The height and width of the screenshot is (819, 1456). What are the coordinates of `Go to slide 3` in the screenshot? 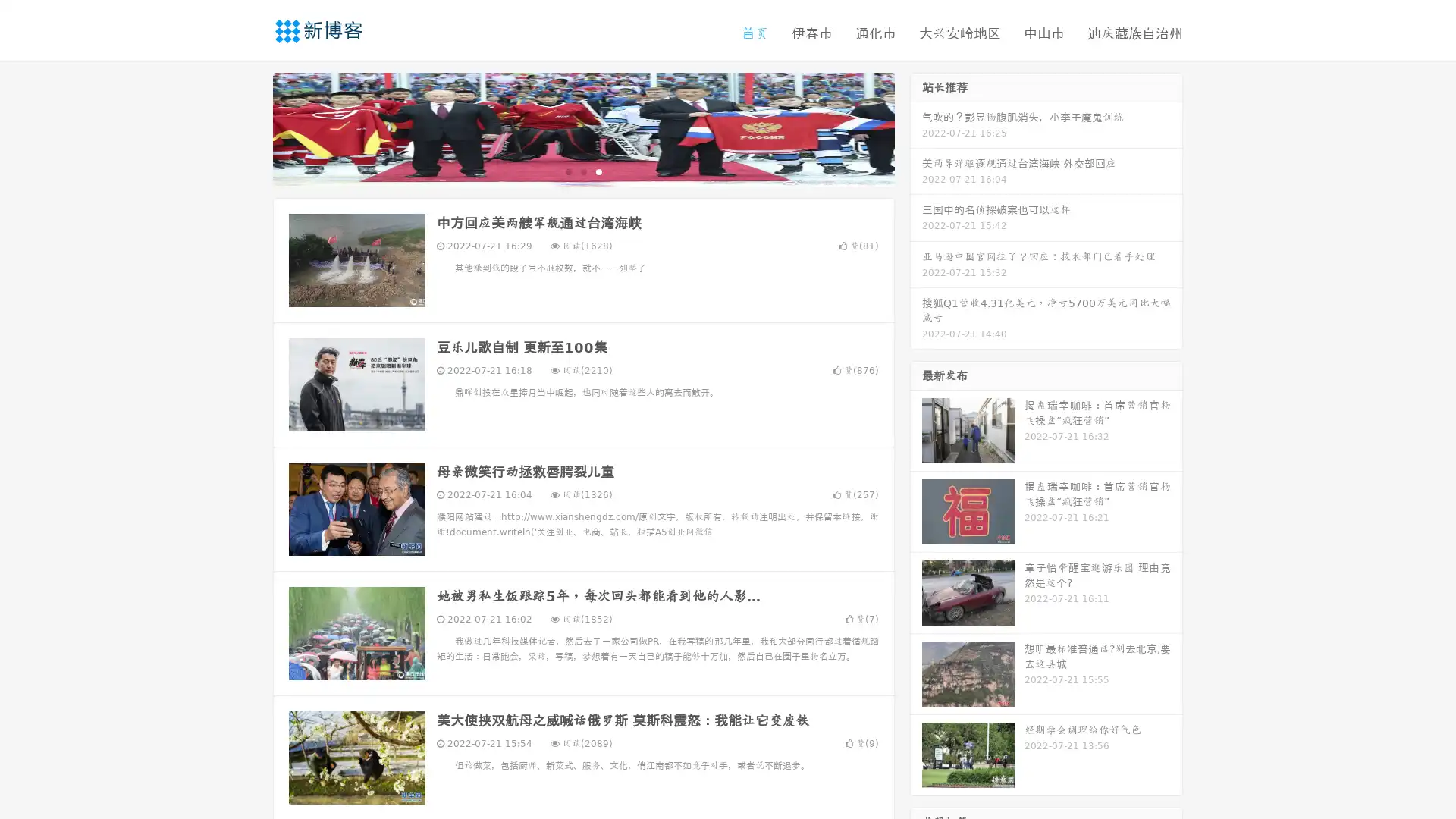 It's located at (598, 171).